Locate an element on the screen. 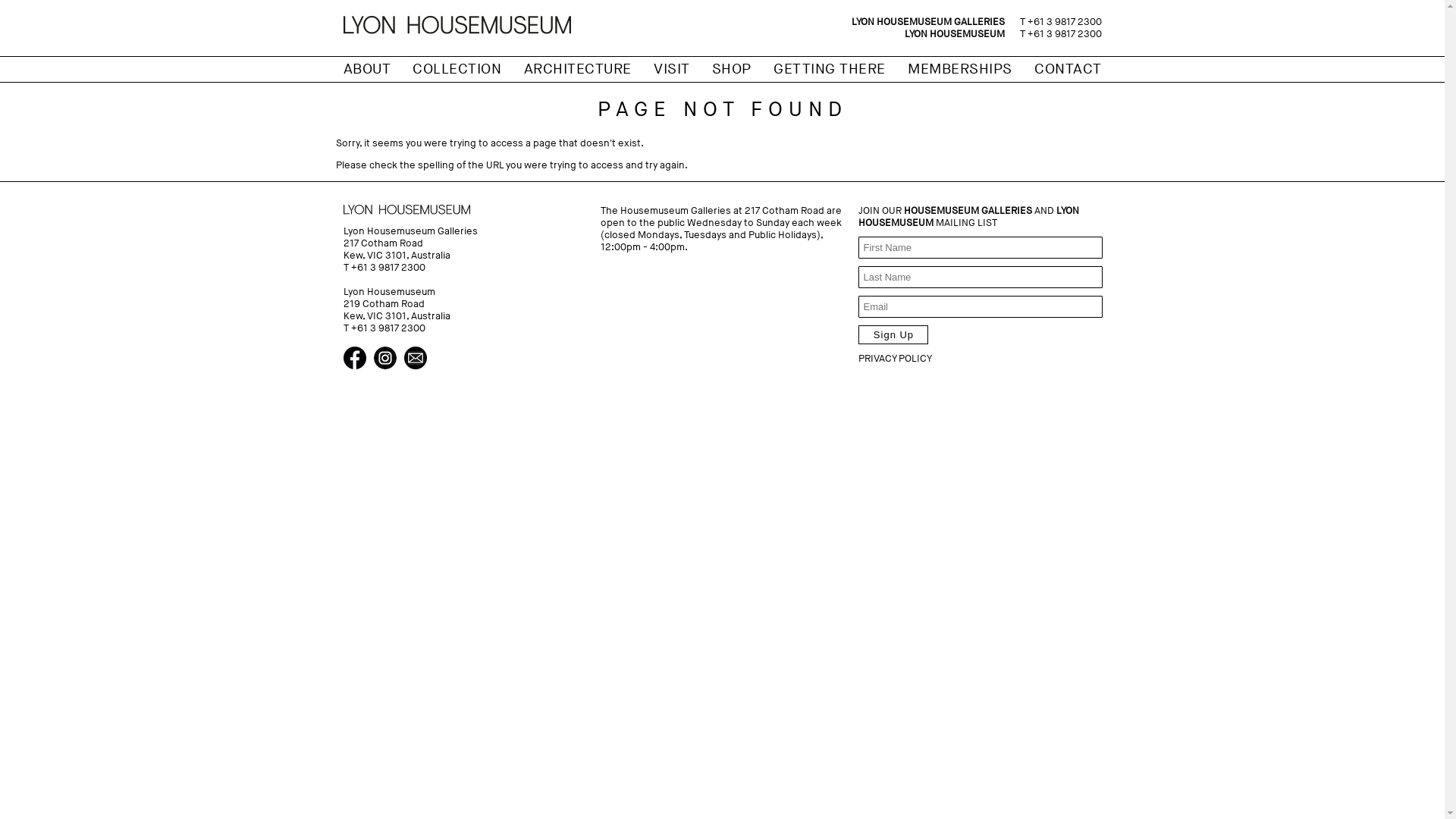  'CONTACT' is located at coordinates (1067, 69).